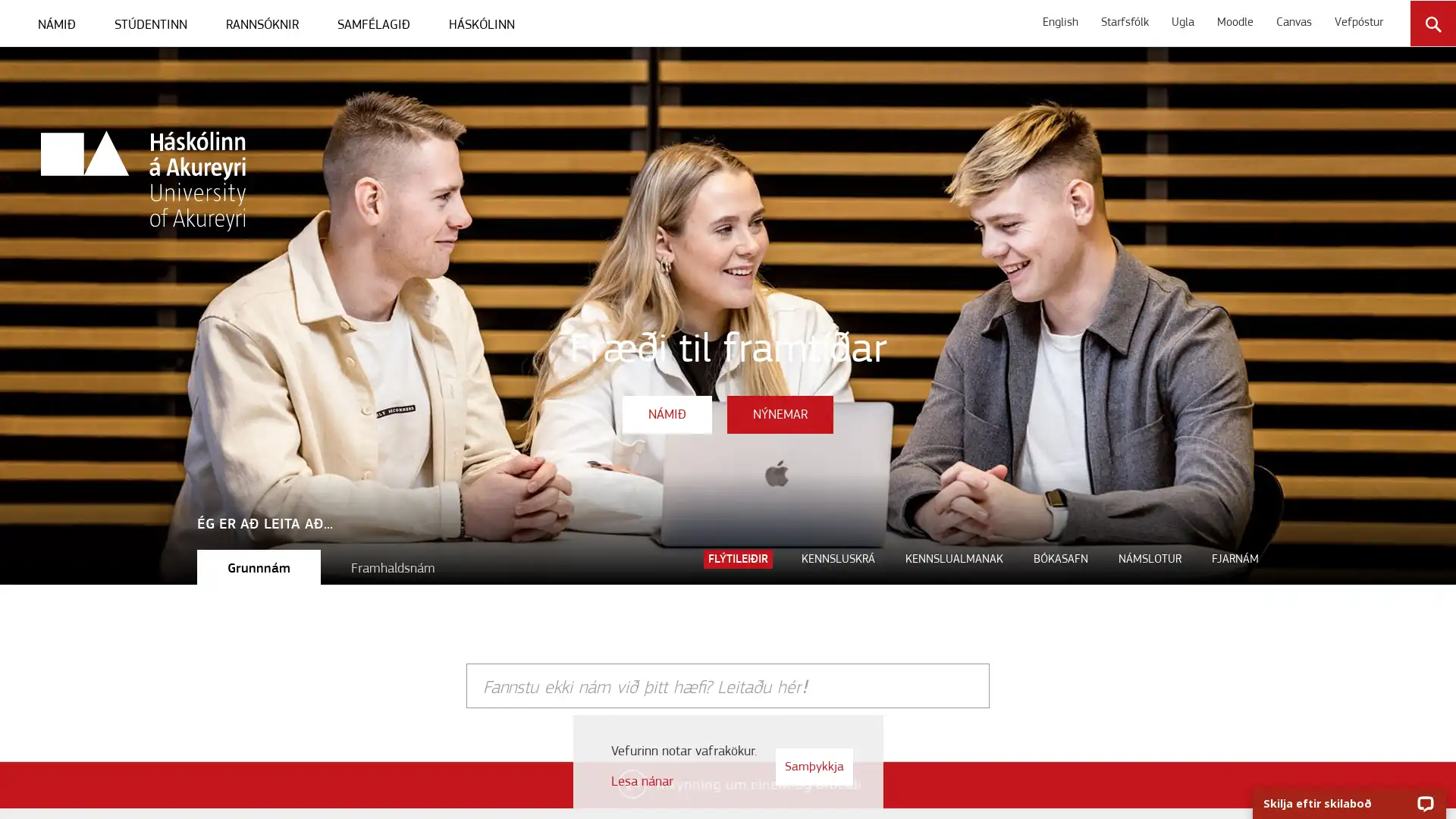 The width and height of the screenshot is (1456, 819). I want to click on Leita, so click(1040, 124).